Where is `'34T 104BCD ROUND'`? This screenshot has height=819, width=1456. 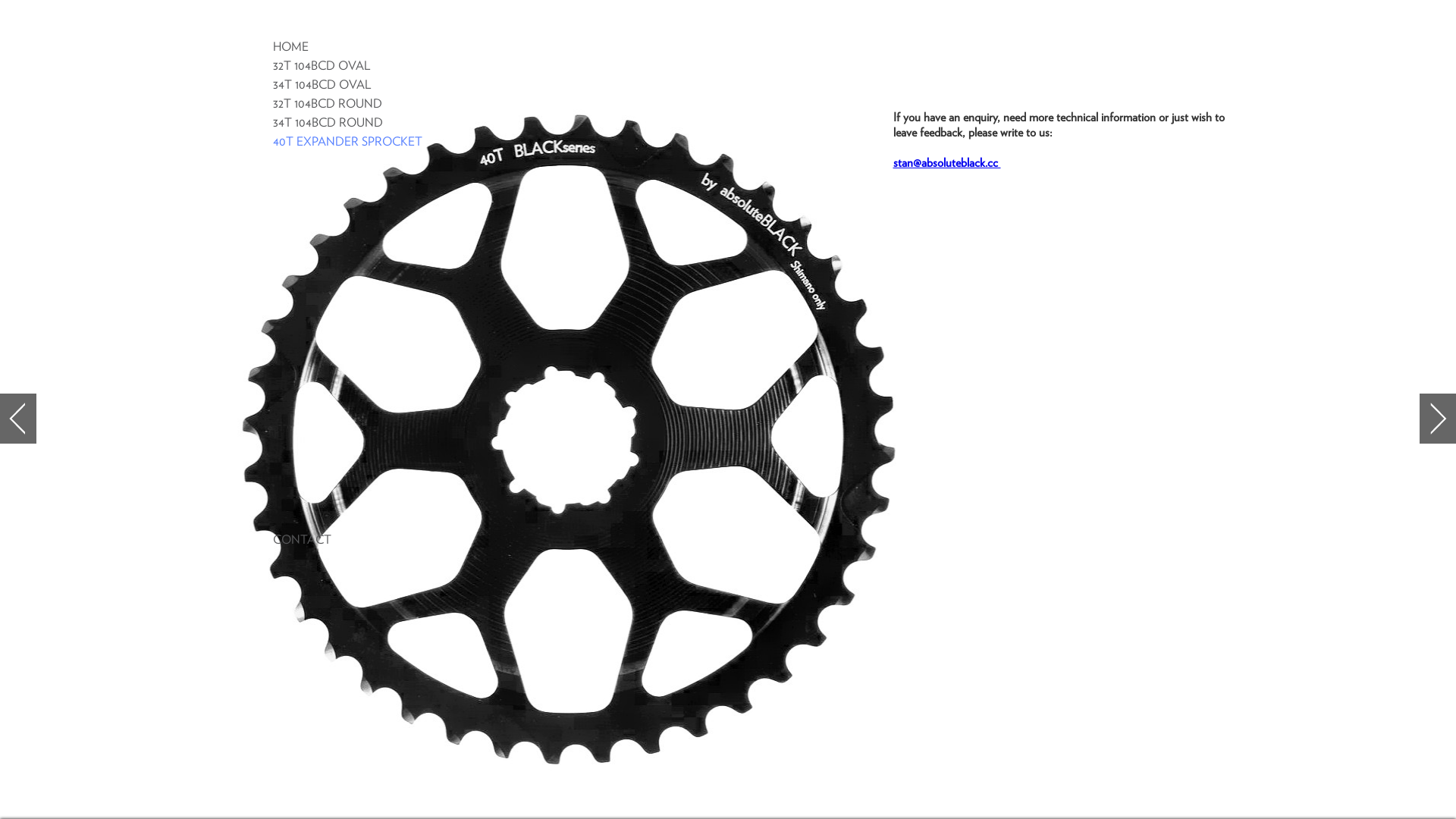
'34T 104BCD ROUND' is located at coordinates (327, 122).